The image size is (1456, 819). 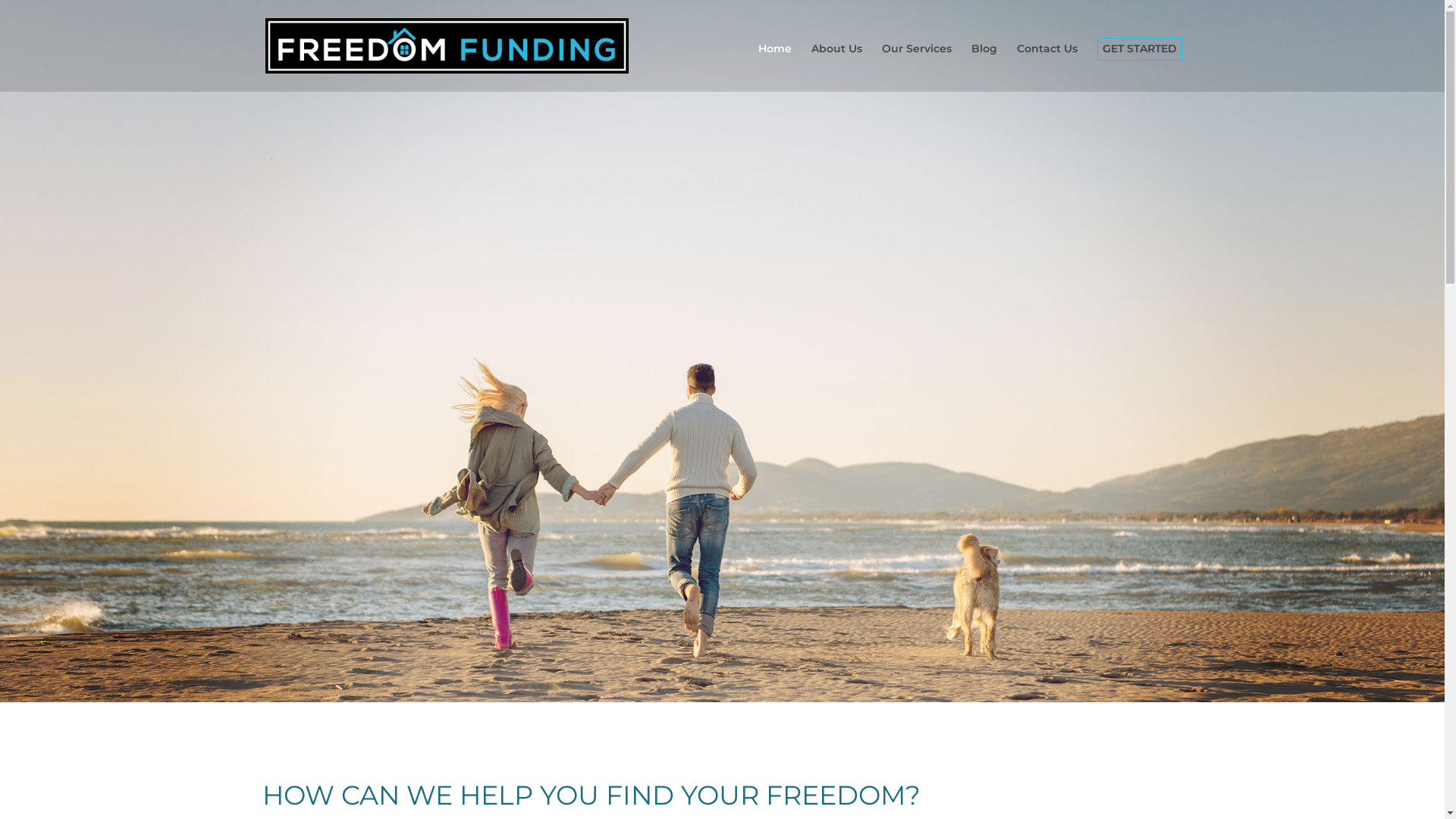 What do you see at coordinates (984, 66) in the screenshot?
I see `'Blog'` at bounding box center [984, 66].